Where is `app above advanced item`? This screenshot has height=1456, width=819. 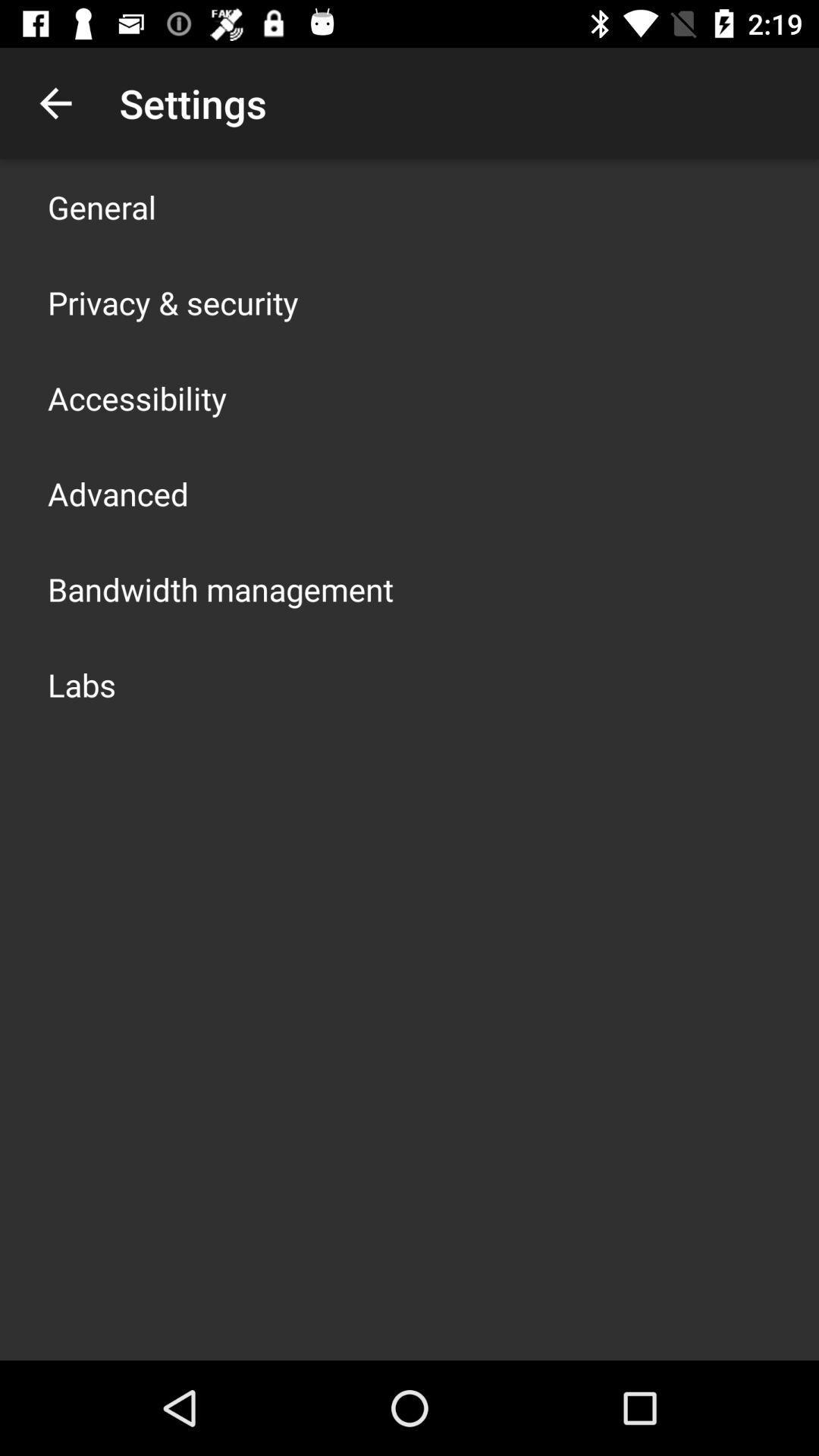 app above advanced item is located at coordinates (137, 397).